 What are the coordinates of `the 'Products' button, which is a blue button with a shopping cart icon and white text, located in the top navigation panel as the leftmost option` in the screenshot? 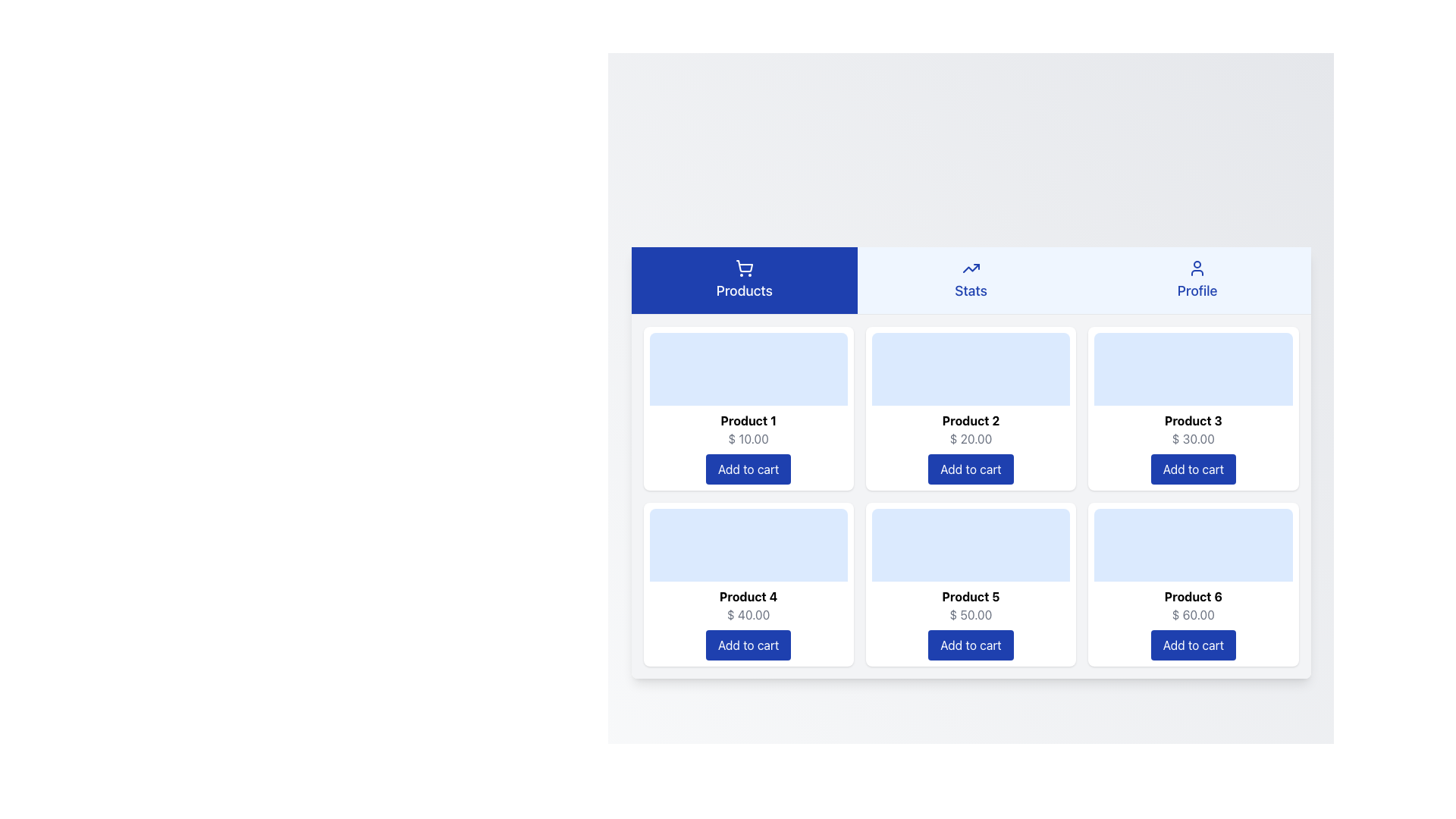 It's located at (744, 280).